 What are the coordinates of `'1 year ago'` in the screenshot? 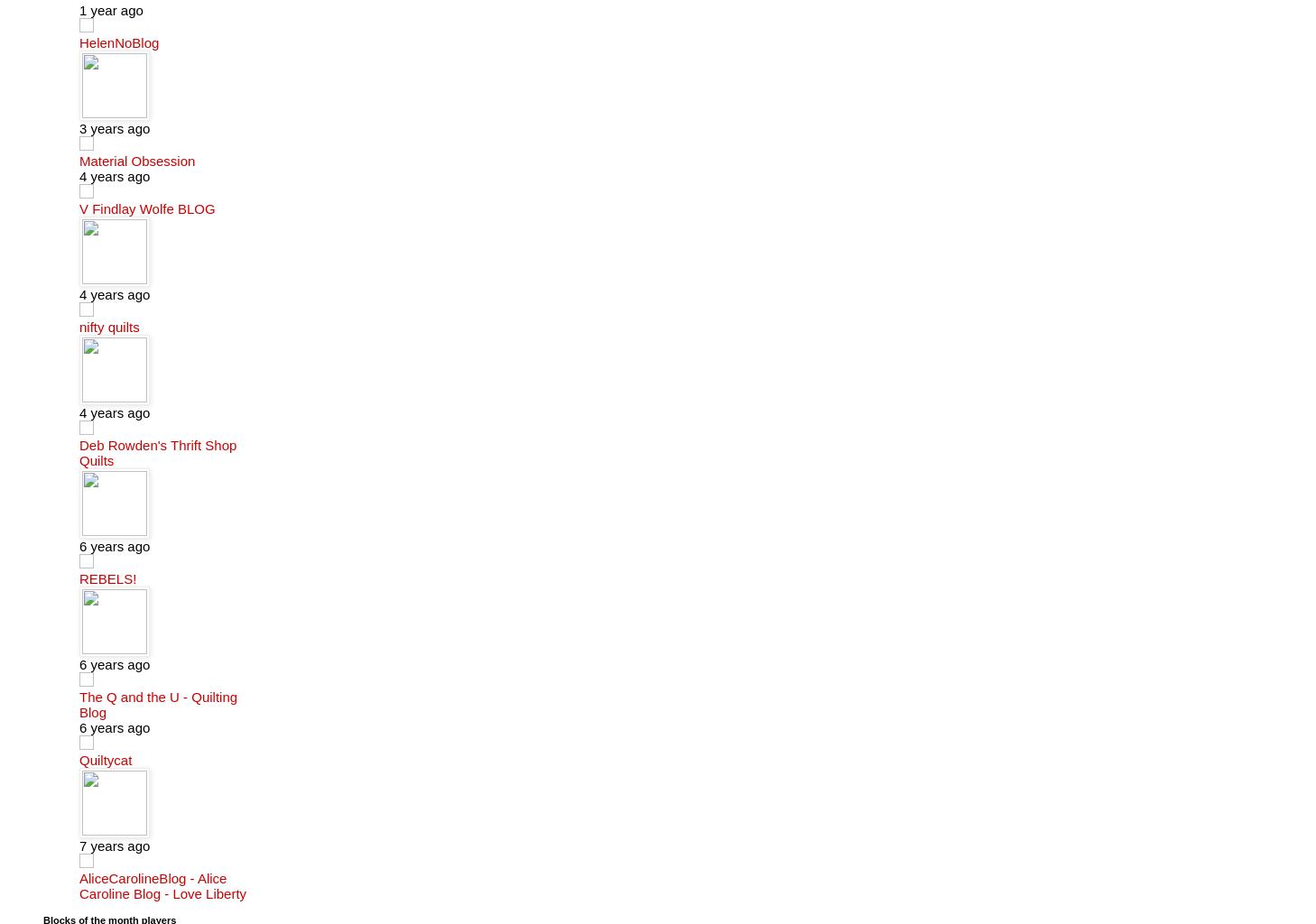 It's located at (79, 9).